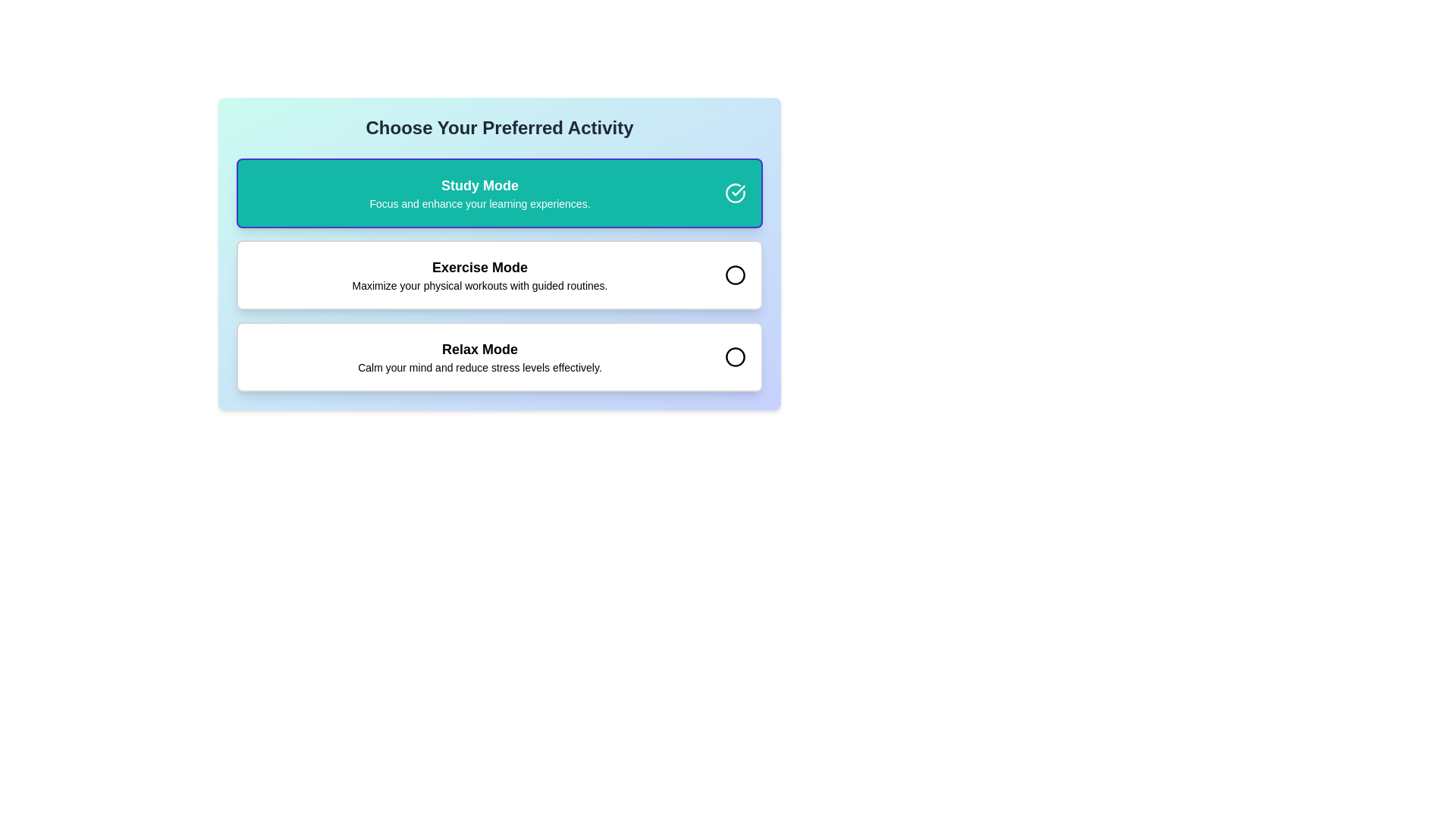 This screenshot has width=1456, height=819. Describe the element at coordinates (479, 203) in the screenshot. I see `the descriptive text for the 'Study Mode' option, which is centrally aligned beneath the 'Study Mode' text in the green rectangular area` at that location.